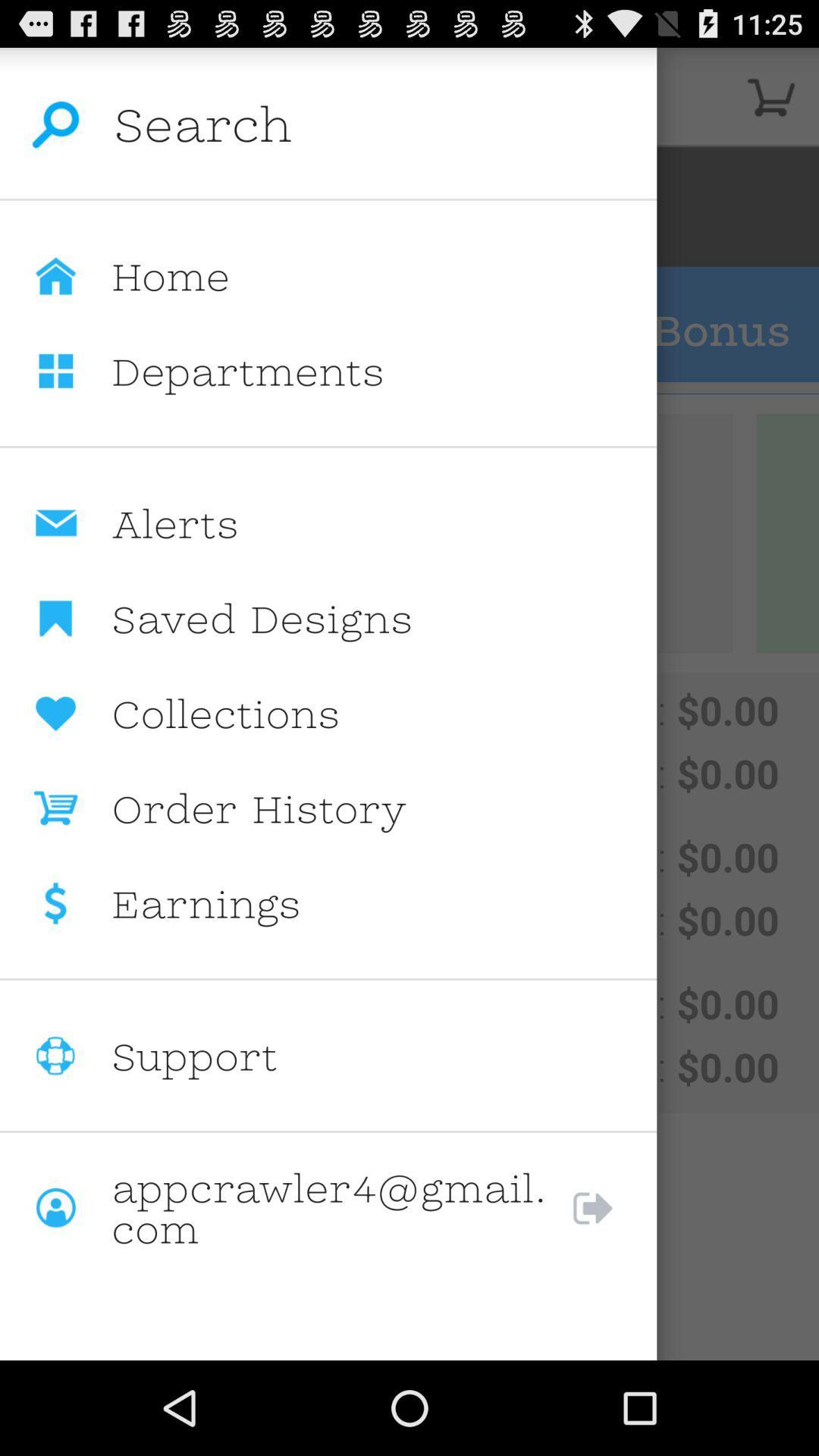  Describe the element at coordinates (771, 103) in the screenshot. I see `the cart icon` at that location.